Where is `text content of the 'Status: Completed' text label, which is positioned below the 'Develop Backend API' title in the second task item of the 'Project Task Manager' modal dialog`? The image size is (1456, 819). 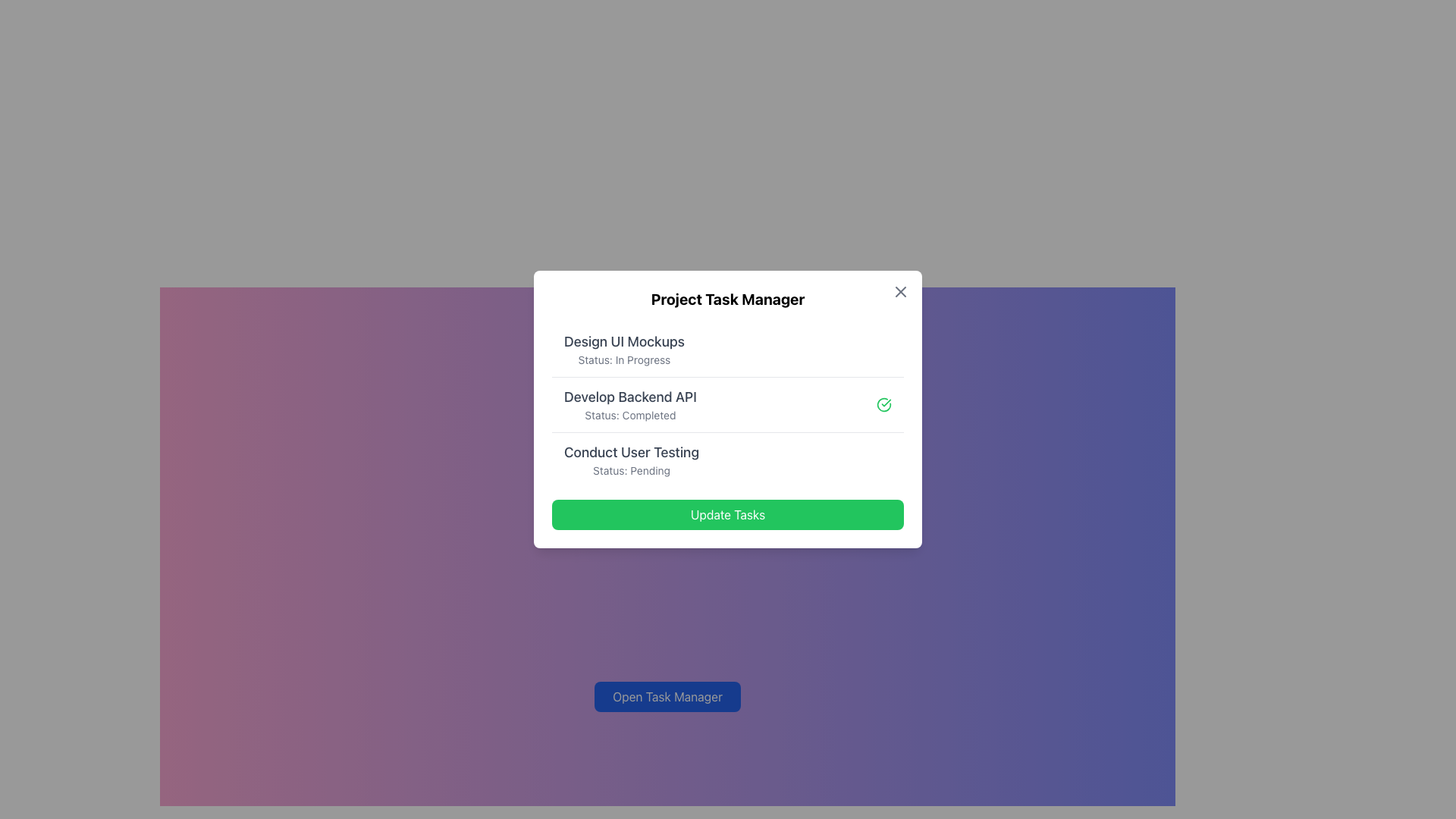
text content of the 'Status: Completed' text label, which is positioned below the 'Develop Backend API' title in the second task item of the 'Project Task Manager' modal dialog is located at coordinates (630, 415).